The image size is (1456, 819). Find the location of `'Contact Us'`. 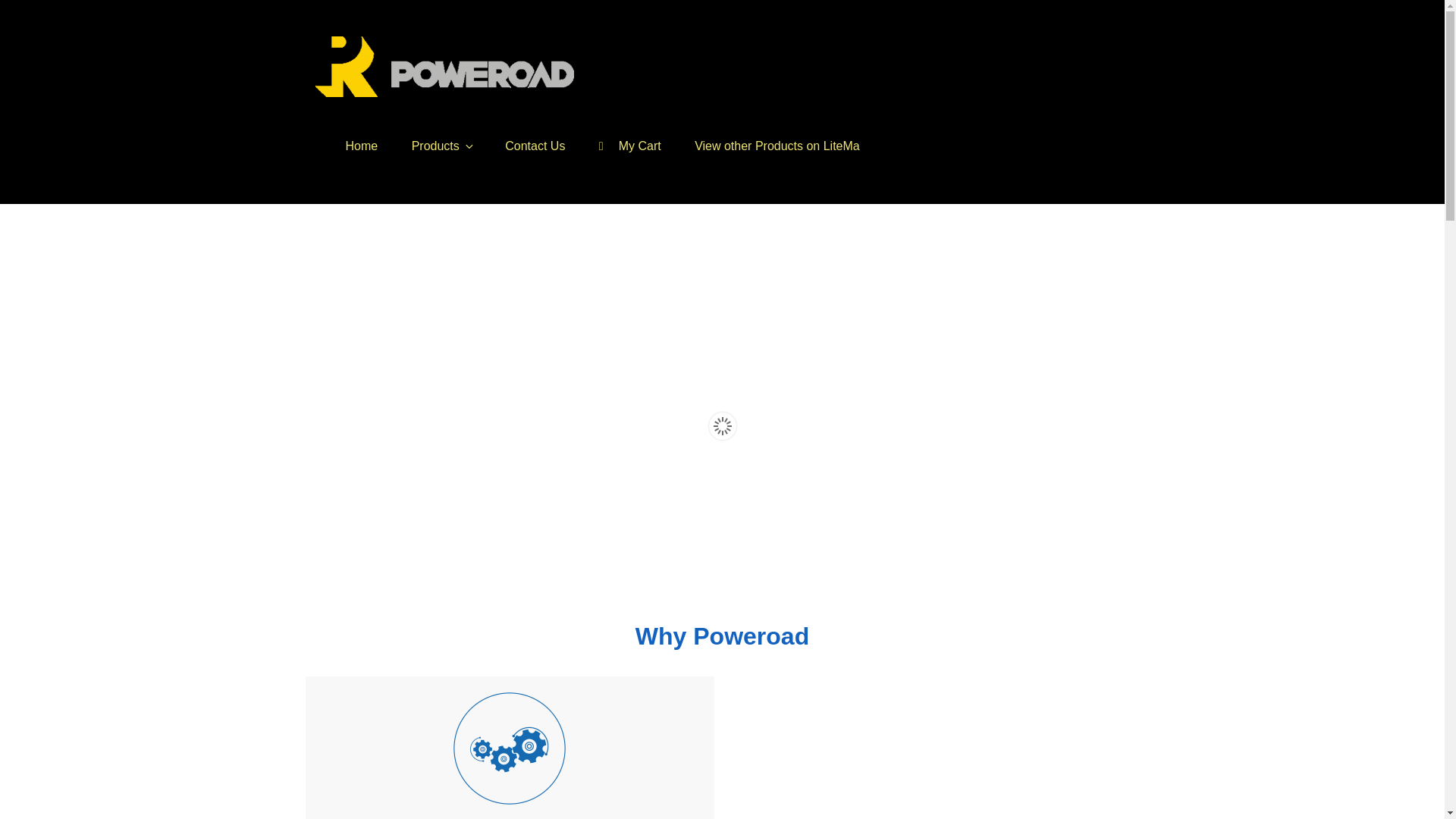

'Contact Us' is located at coordinates (535, 146).